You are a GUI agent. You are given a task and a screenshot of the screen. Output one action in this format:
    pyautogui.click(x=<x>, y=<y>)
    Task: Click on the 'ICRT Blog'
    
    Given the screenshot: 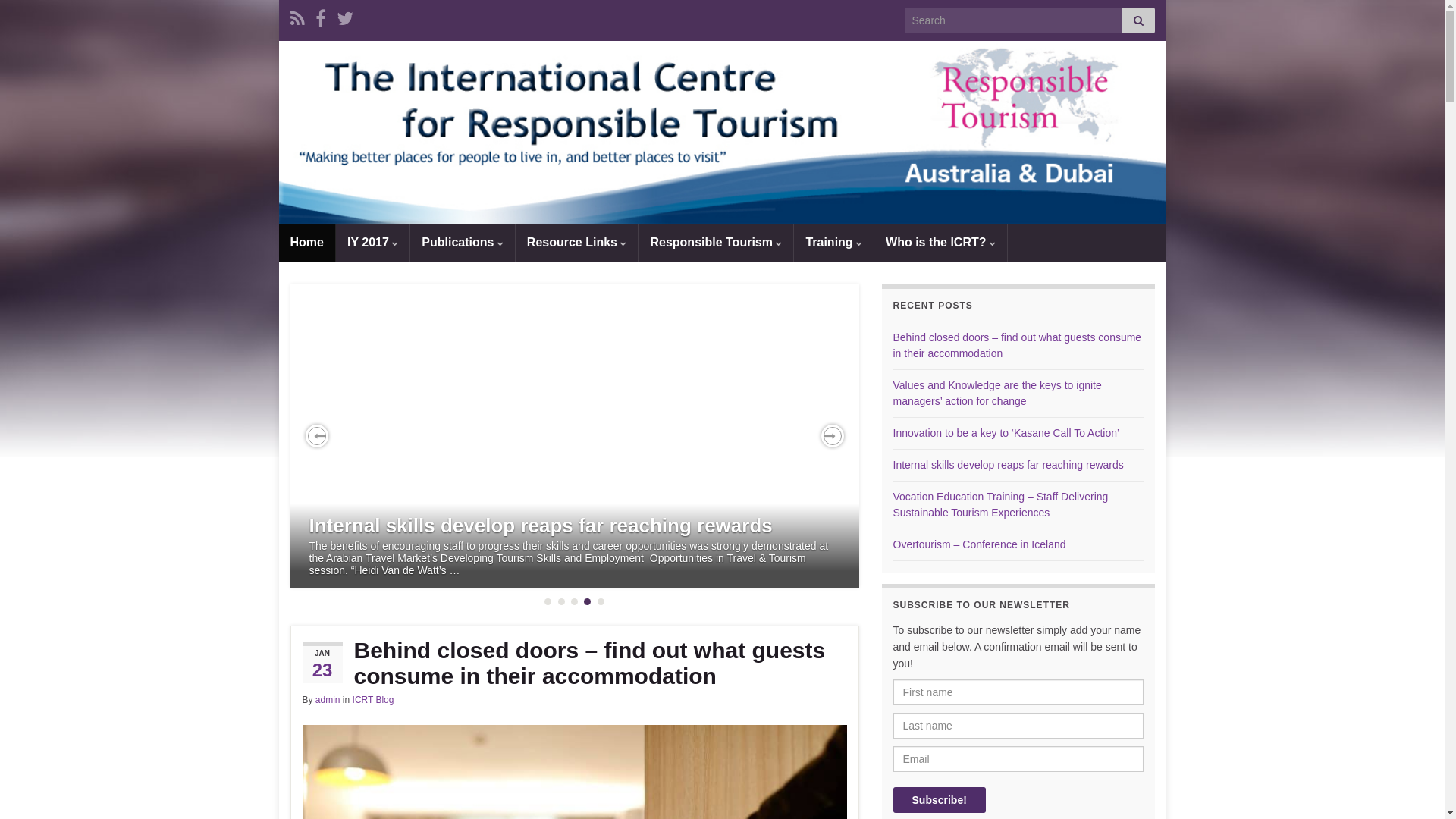 What is the action you would take?
    pyautogui.click(x=373, y=699)
    